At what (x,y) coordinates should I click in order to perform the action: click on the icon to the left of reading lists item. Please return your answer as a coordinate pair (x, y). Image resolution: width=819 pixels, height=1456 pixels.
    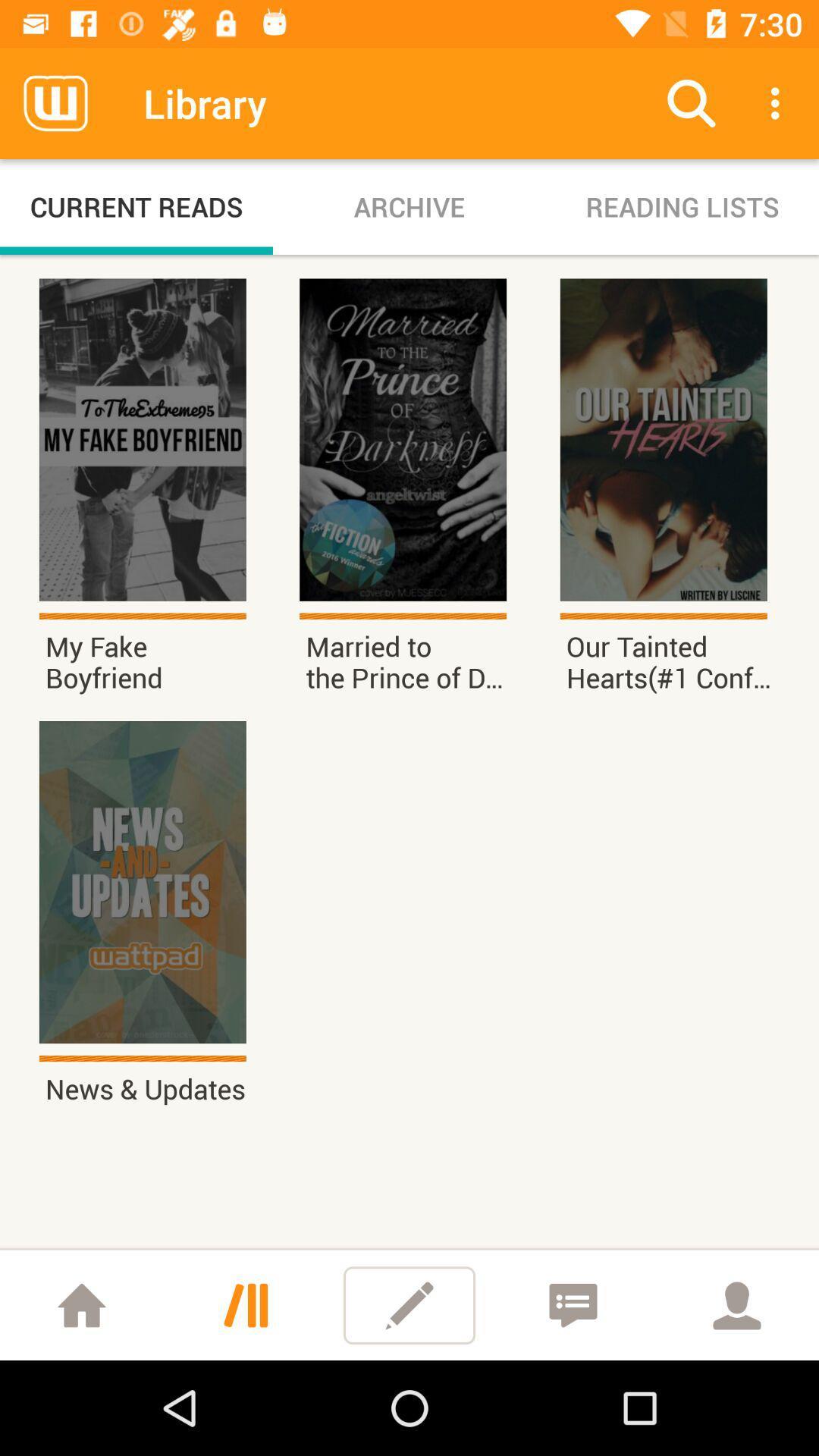
    Looking at the image, I should click on (409, 206).